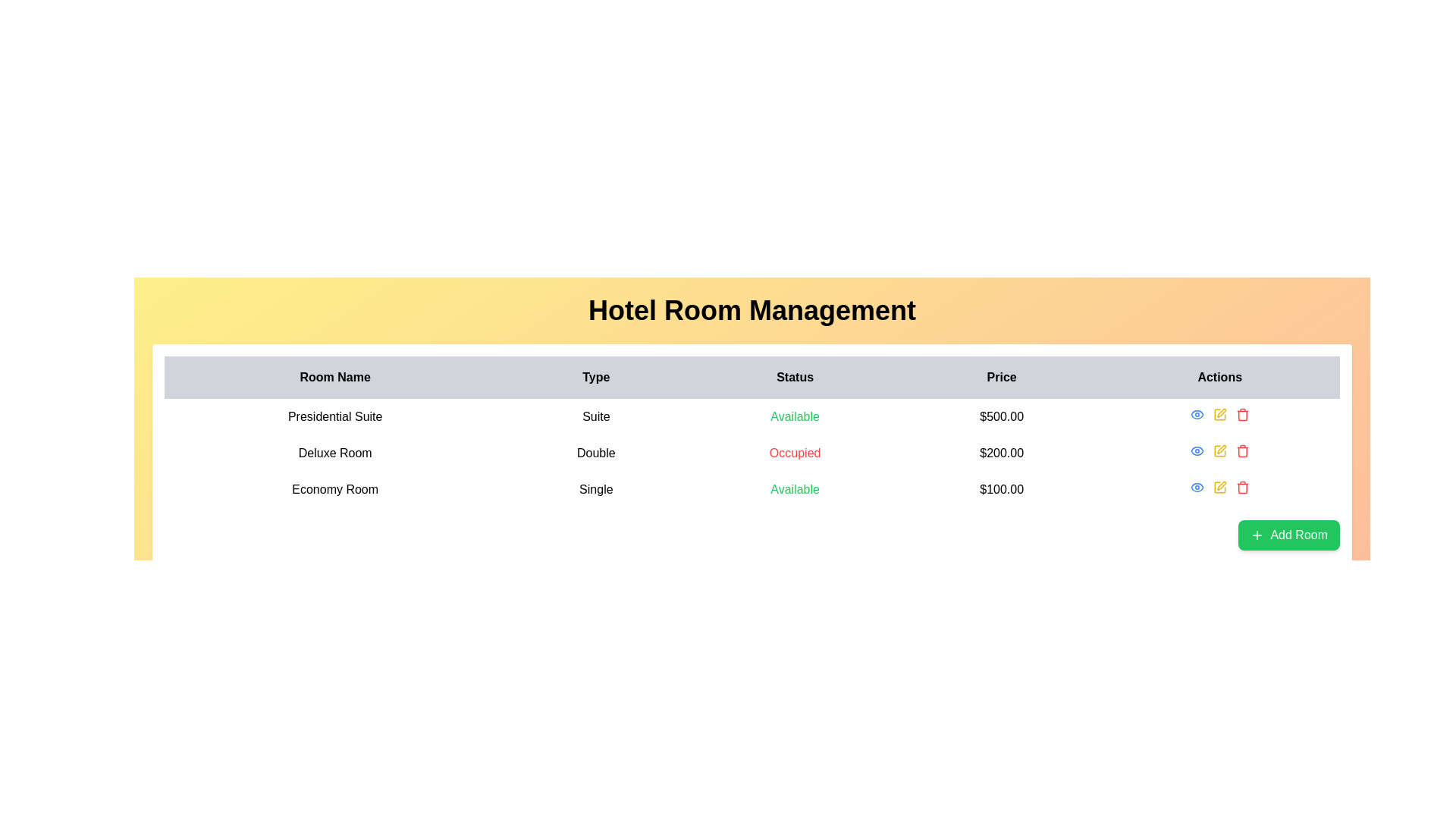 The height and width of the screenshot is (819, 1456). What do you see at coordinates (1242, 451) in the screenshot?
I see `the red trash icon located under the 'Actions' column, specifically the second icon corresponding to the 'Deluxe Room' row` at bounding box center [1242, 451].